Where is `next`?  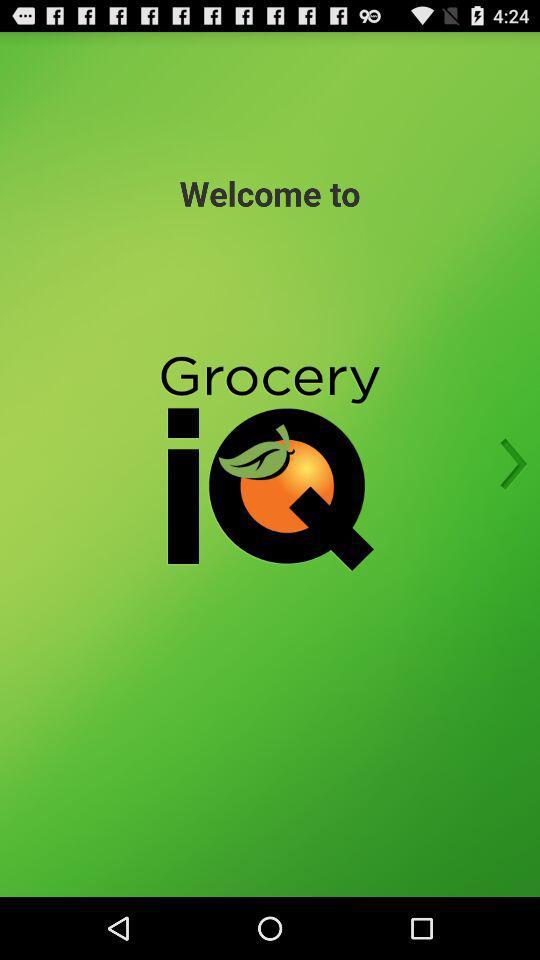 next is located at coordinates (507, 464).